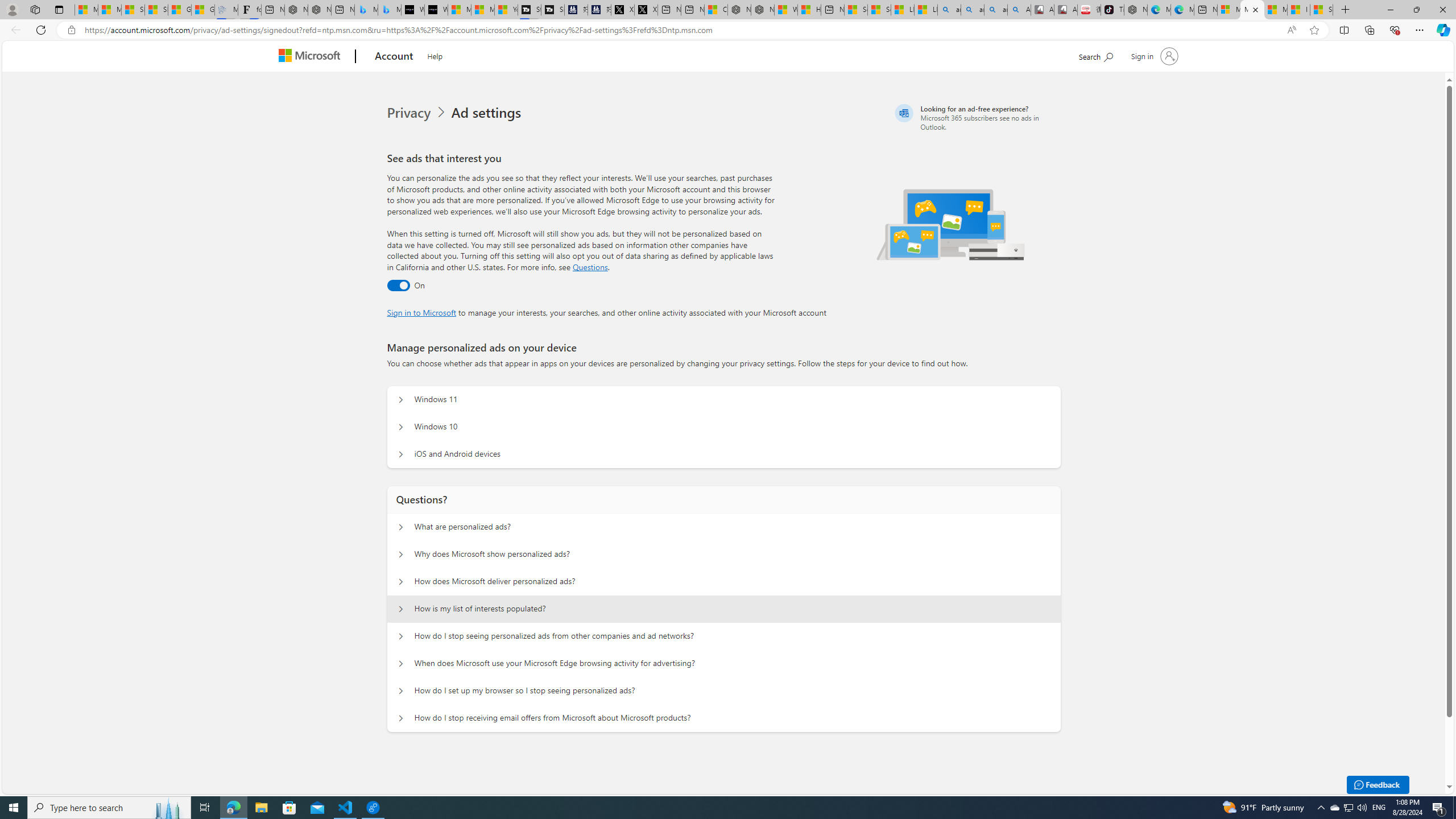 The width and height of the screenshot is (1456, 819). Describe the element at coordinates (156, 9) in the screenshot. I see `'Shanghai, China weather forecast | Microsoft Weather'` at that location.